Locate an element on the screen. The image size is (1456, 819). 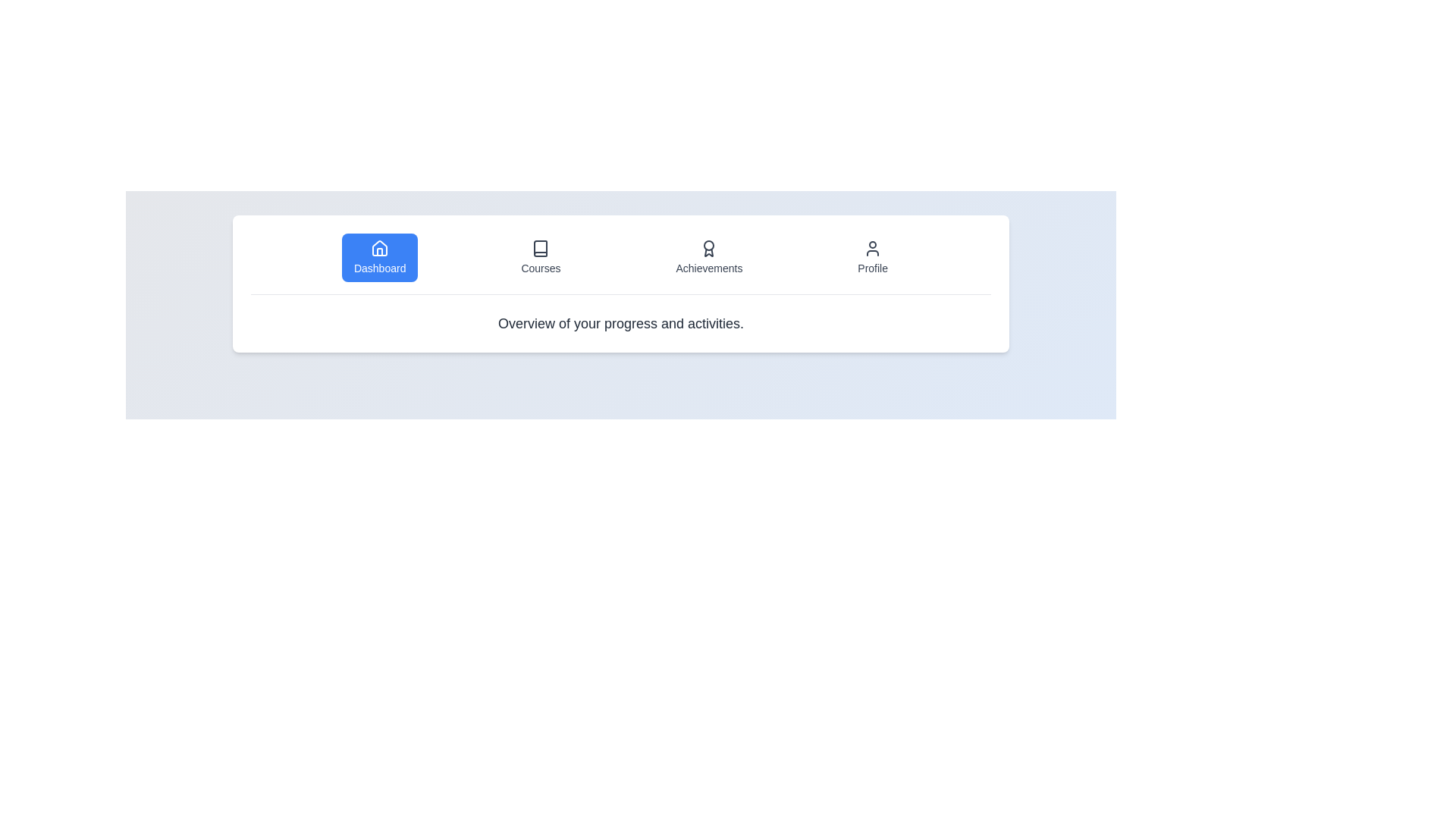
the 'Dashboard' button, which is a blue rectangular button with rounded corners and a house icon above the text label is located at coordinates (380, 268).